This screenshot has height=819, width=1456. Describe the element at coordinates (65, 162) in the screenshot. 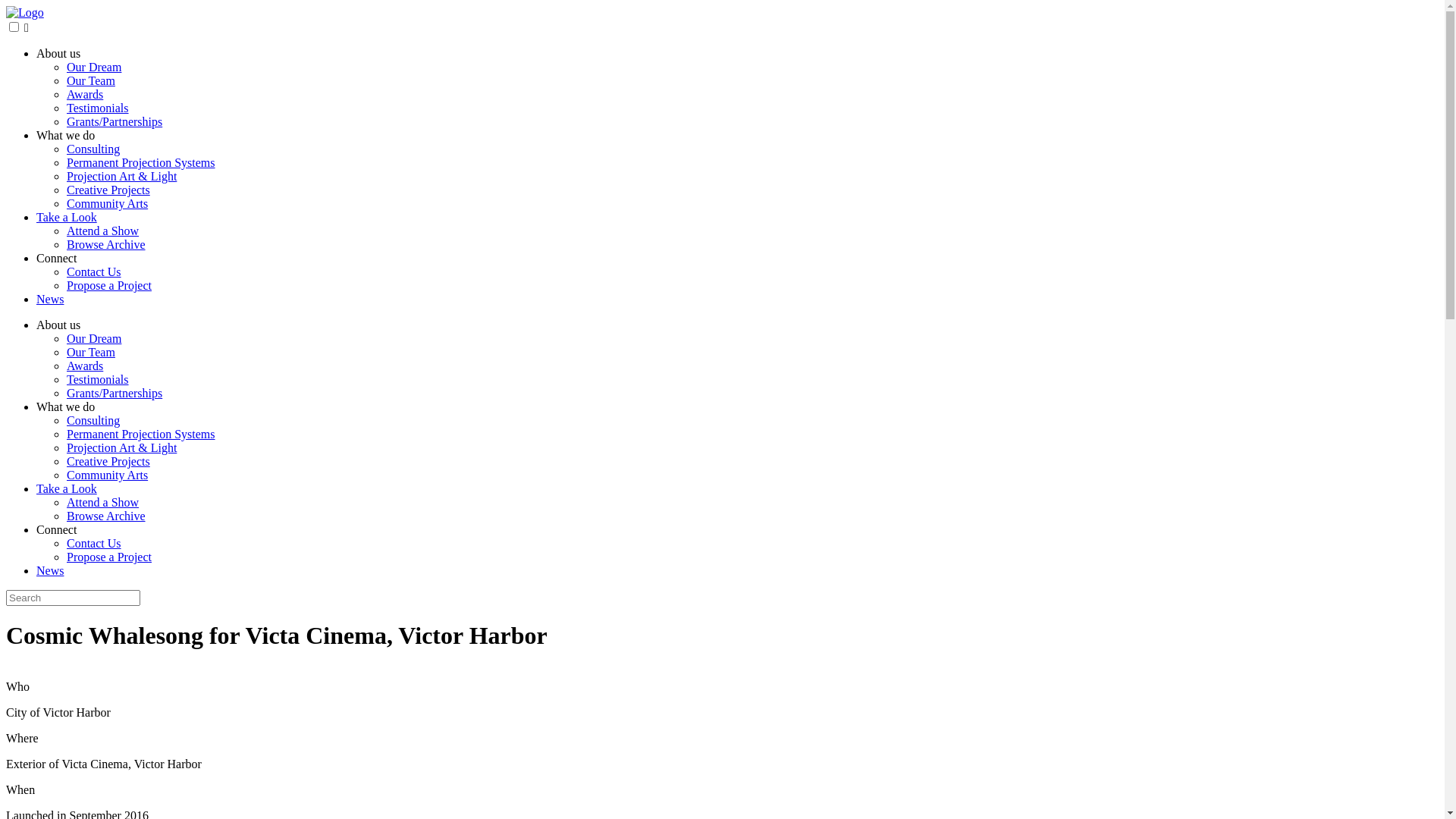

I see `'Permanent Projection Systems'` at that location.